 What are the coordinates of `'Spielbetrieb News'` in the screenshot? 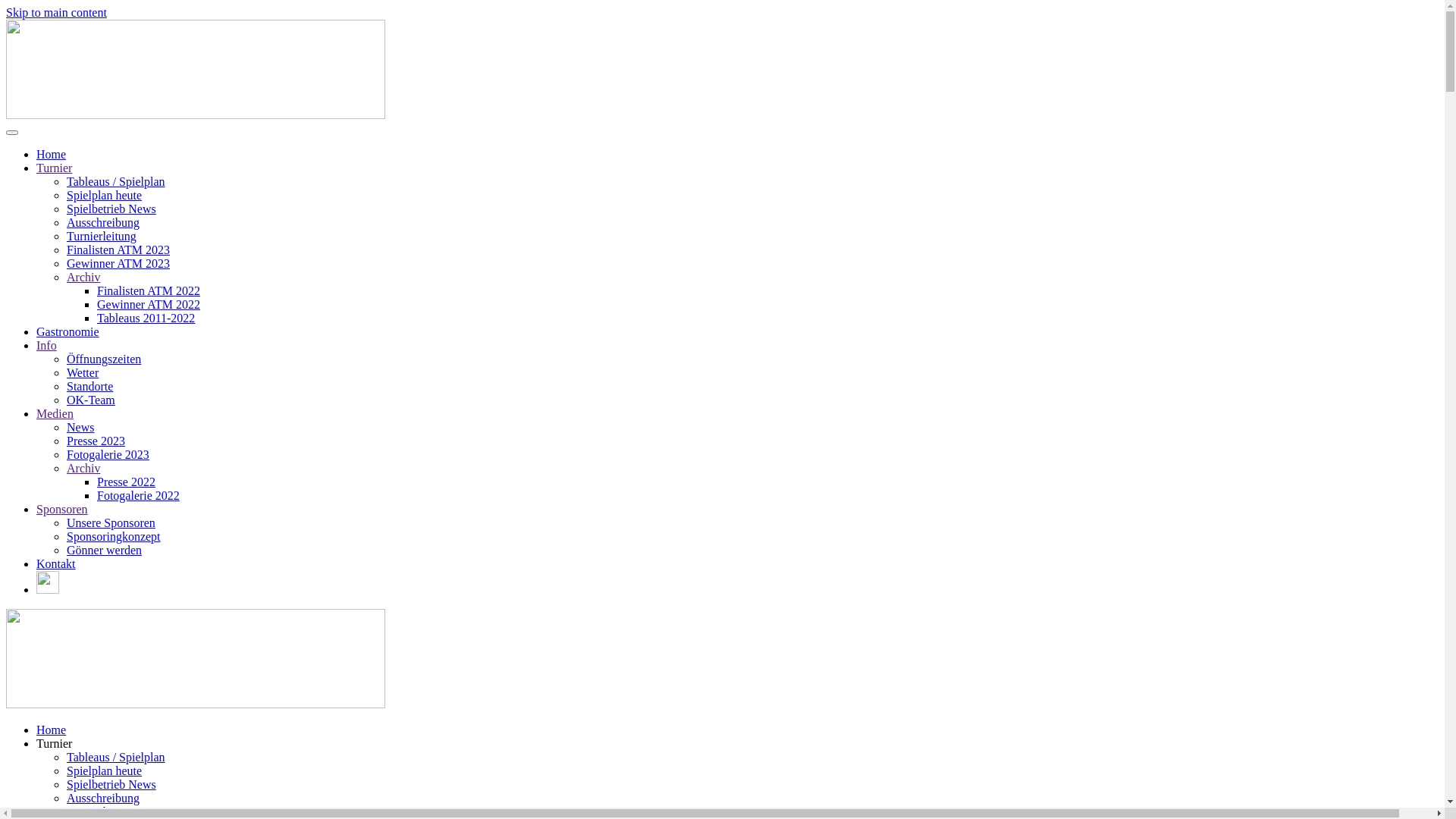 It's located at (111, 784).